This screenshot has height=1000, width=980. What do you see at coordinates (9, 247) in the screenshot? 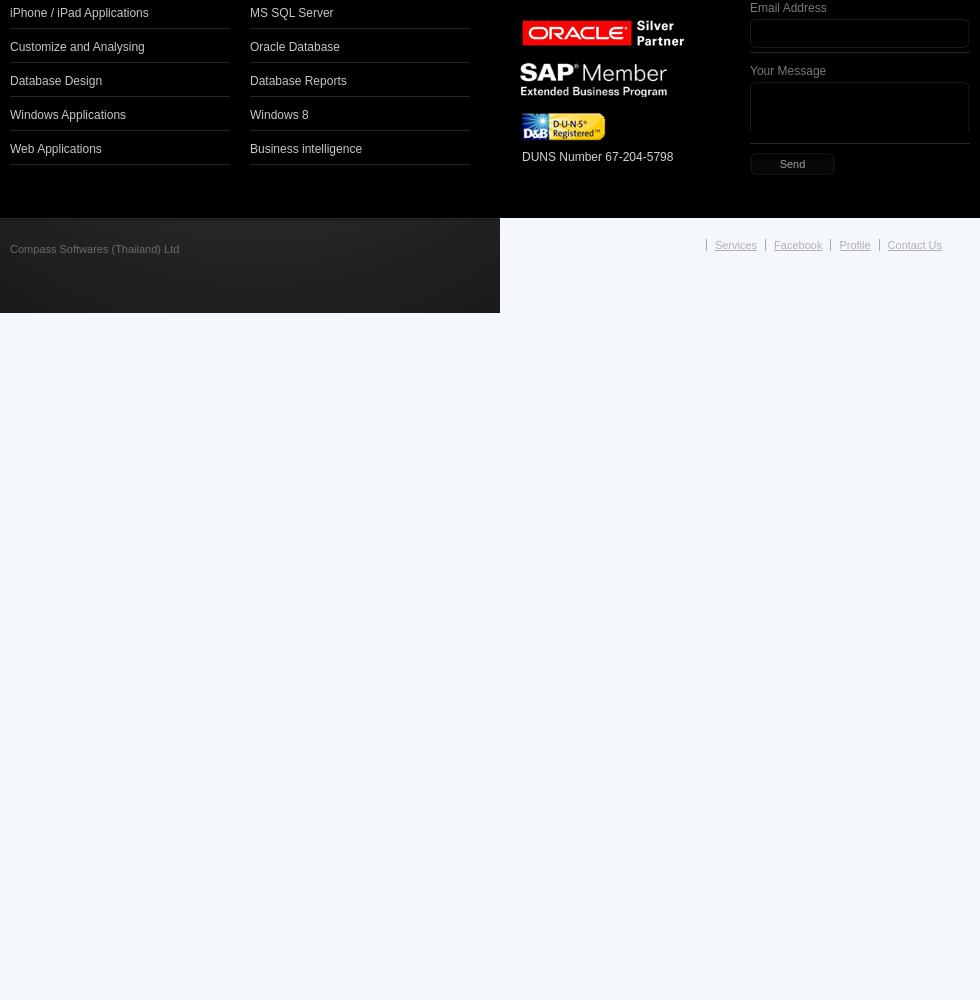
I see `'Compass Softwares (Thailand) Ltd'` at bounding box center [9, 247].